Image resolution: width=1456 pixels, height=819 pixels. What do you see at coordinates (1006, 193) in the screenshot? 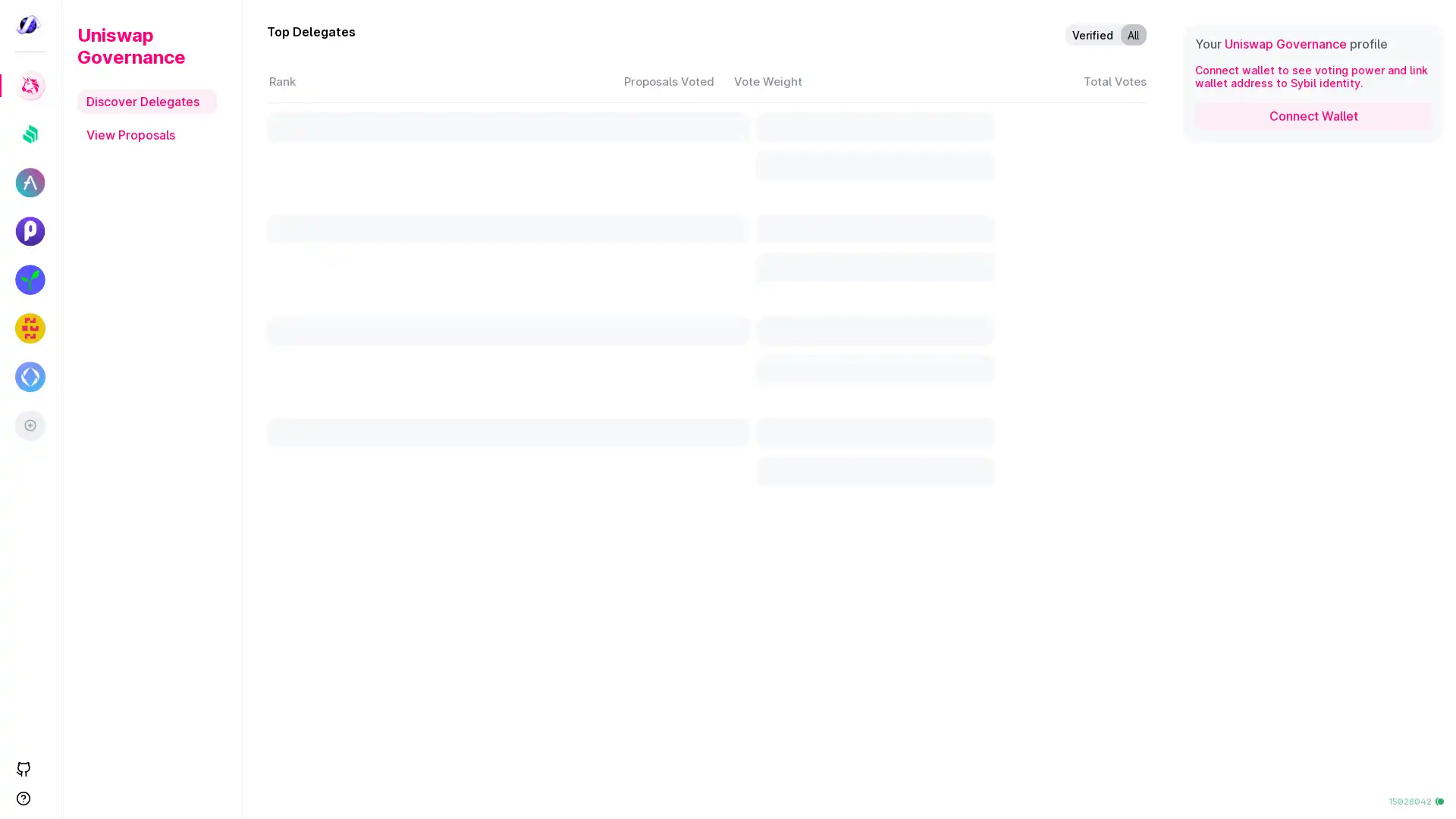
I see `Delegate` at bounding box center [1006, 193].